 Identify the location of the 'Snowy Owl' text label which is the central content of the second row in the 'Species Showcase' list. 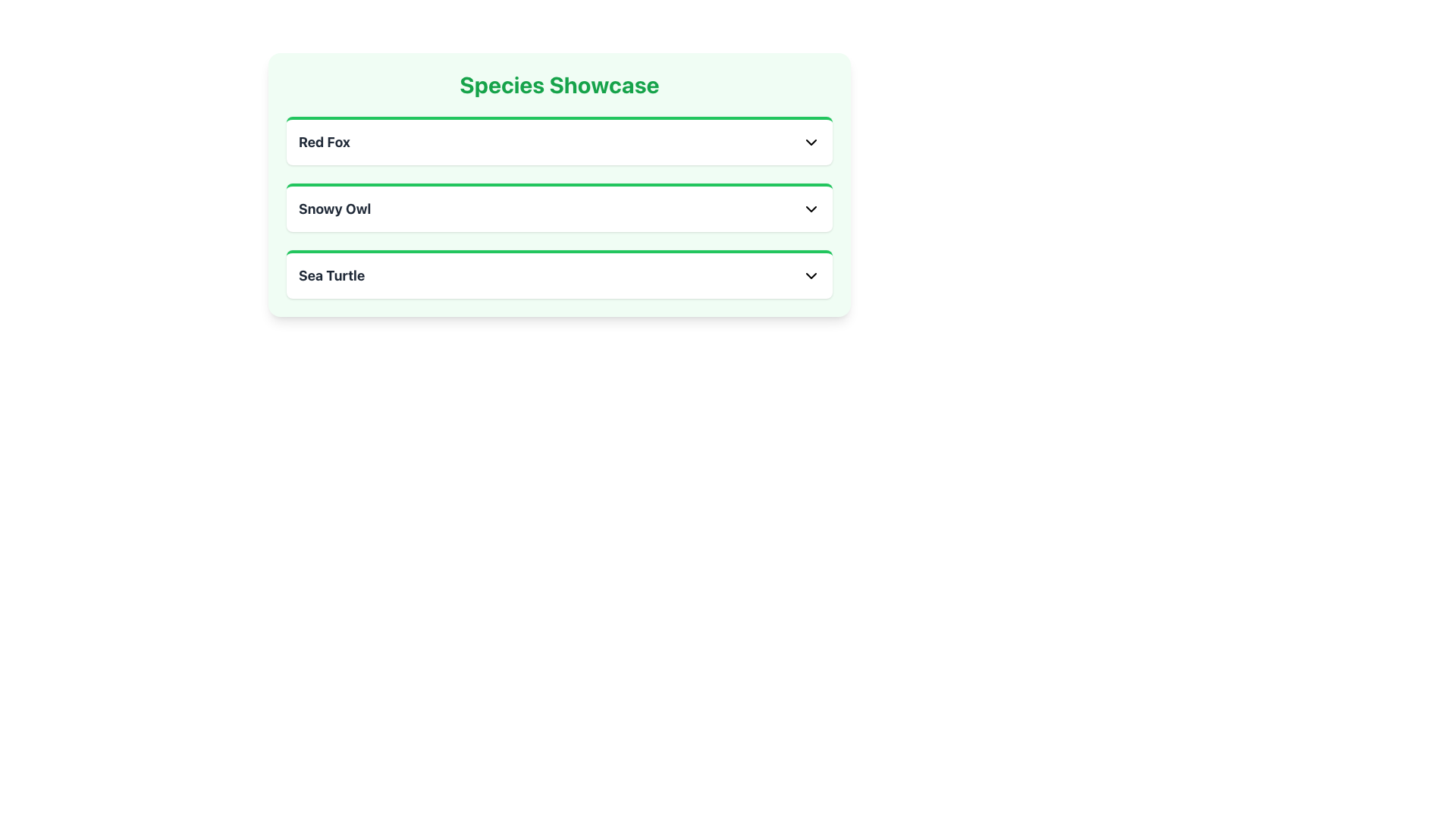
(334, 209).